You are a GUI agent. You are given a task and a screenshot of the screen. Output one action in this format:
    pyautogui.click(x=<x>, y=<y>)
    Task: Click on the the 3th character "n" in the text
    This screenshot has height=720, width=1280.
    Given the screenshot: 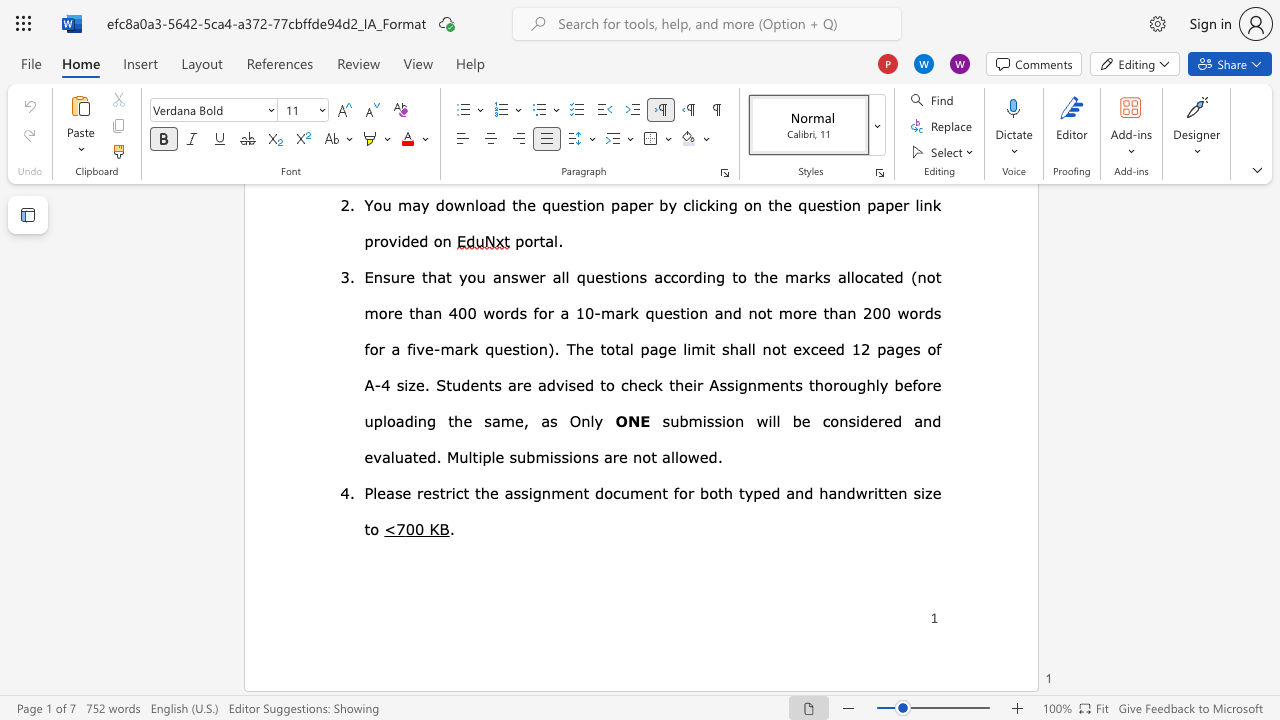 What is the action you would take?
    pyautogui.click(x=657, y=492)
    